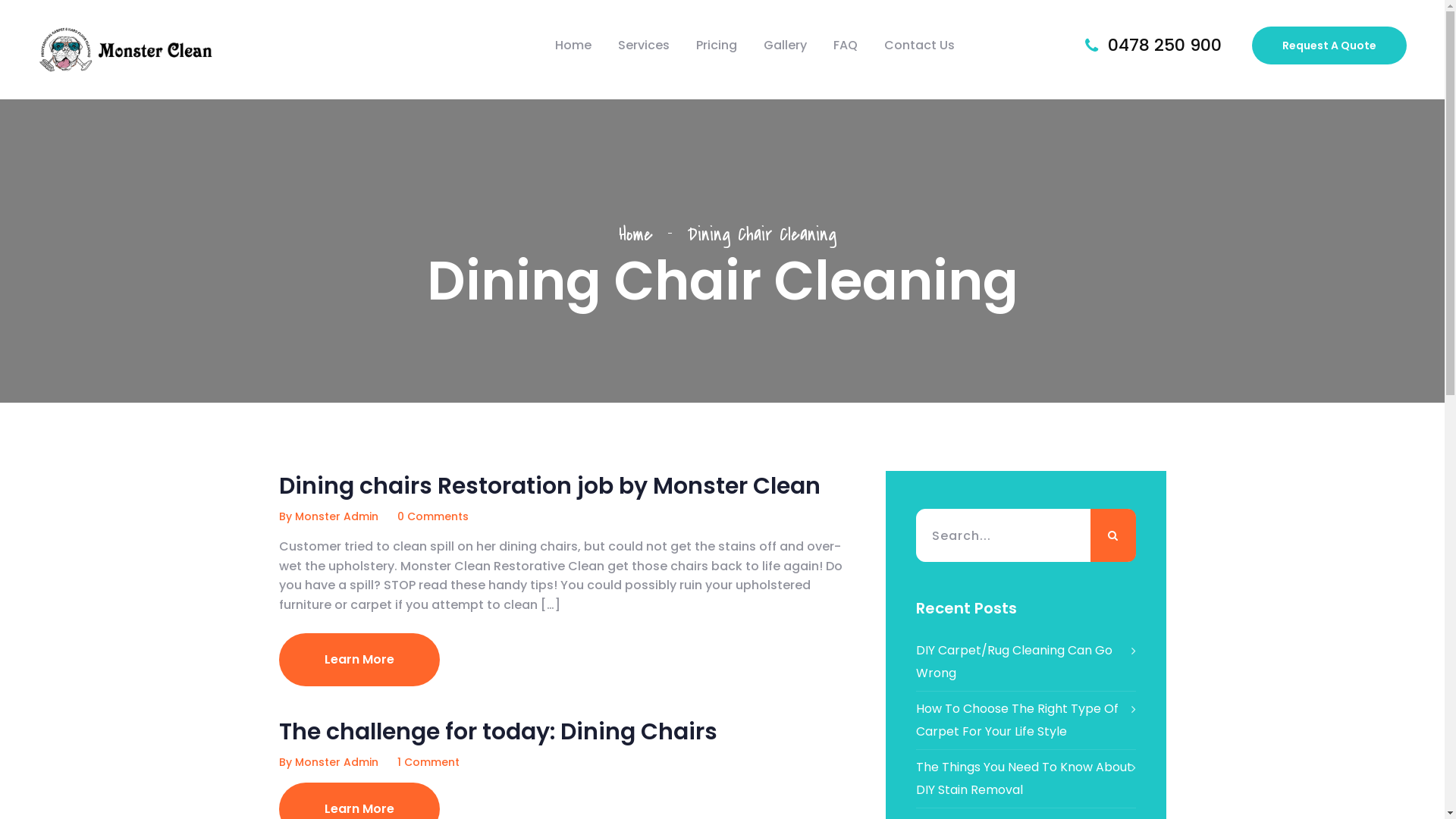 The image size is (1456, 819). What do you see at coordinates (1026, 661) in the screenshot?
I see `'DIY Carpet/Rug Cleaning Can Go Wrong'` at bounding box center [1026, 661].